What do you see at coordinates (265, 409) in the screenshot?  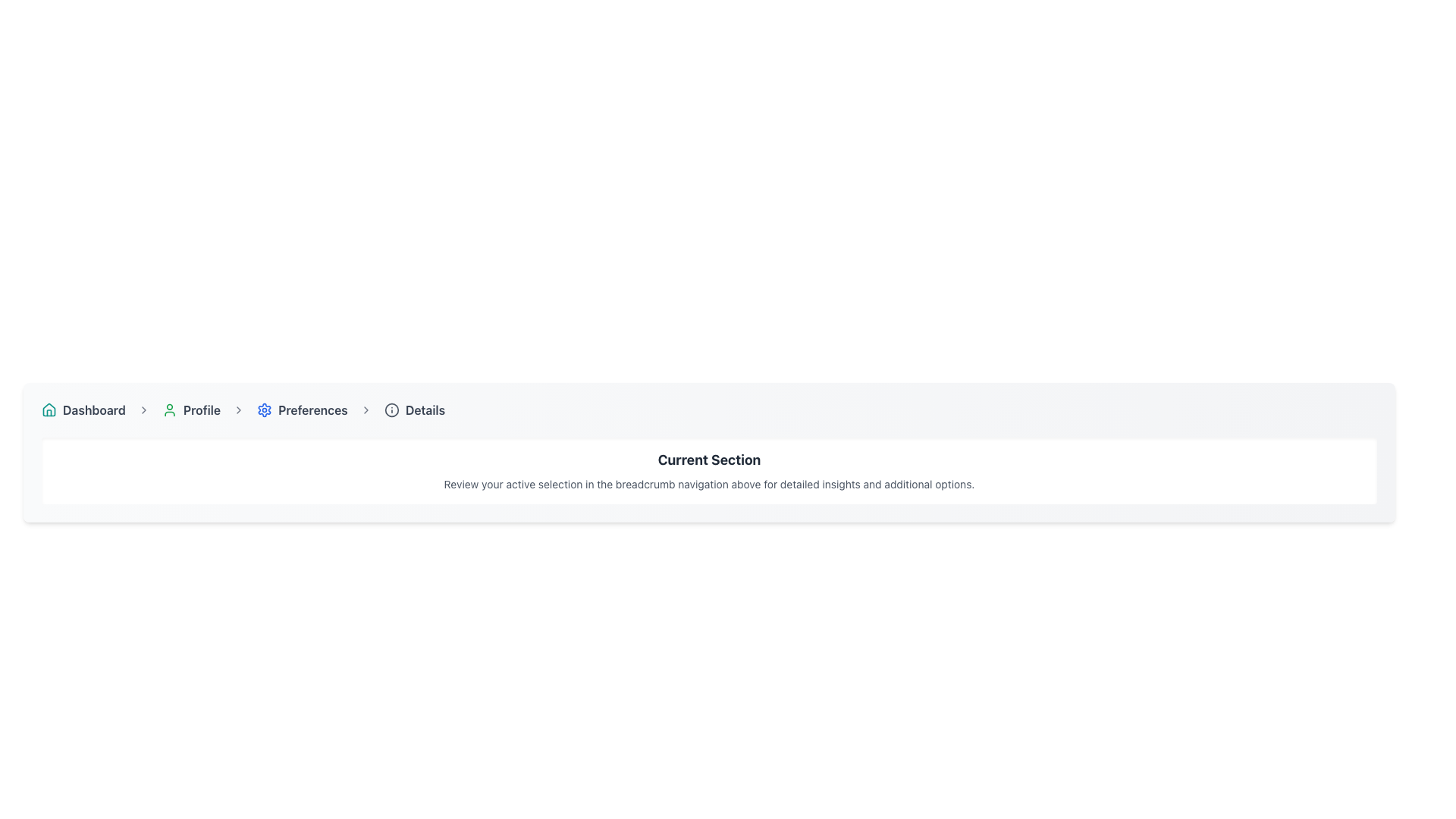 I see `the settings icon graphic located in the breadcrumb navigation bar, positioned immediately before the text 'Preferences'` at bounding box center [265, 409].